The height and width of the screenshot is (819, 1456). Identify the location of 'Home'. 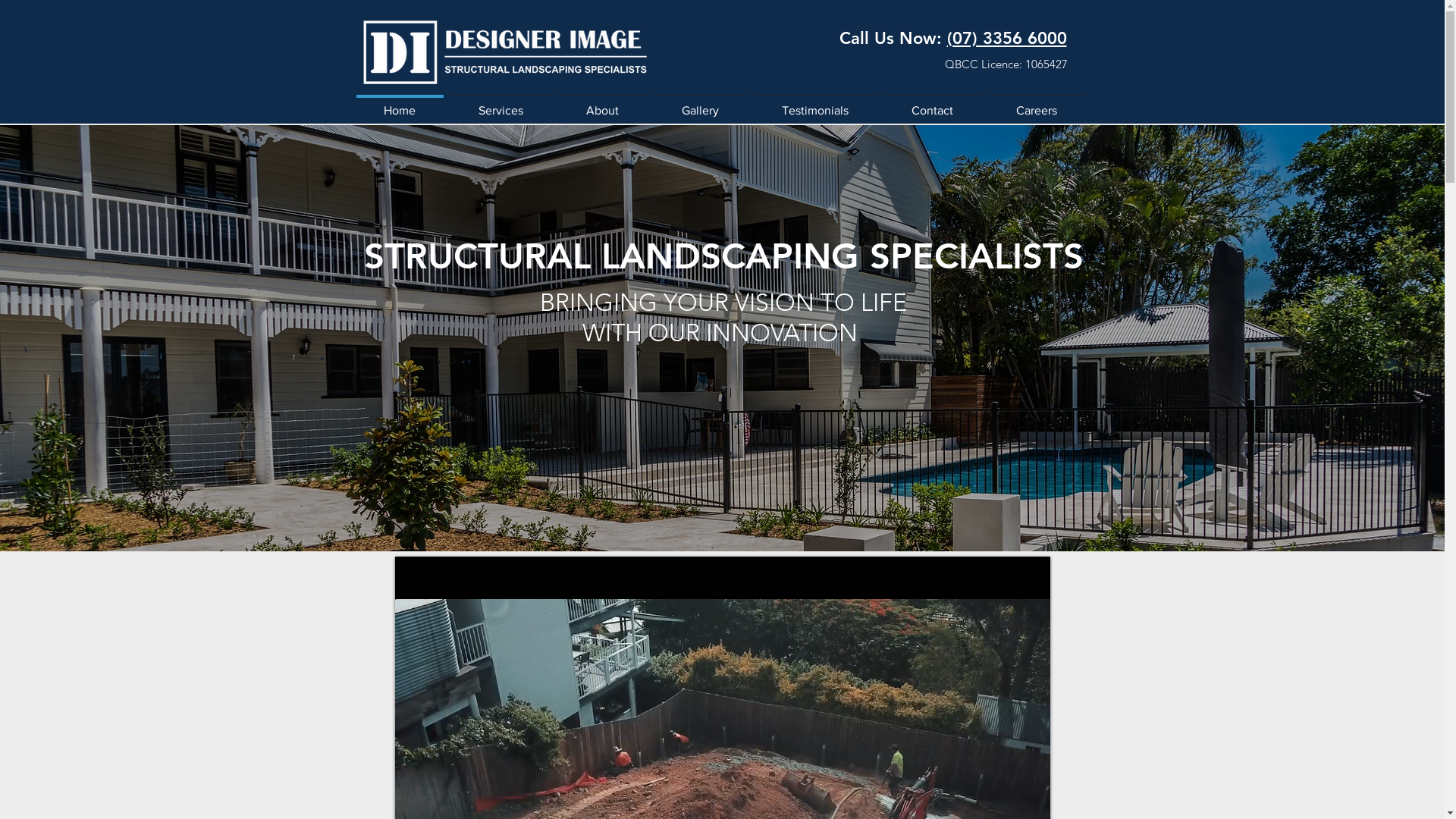
(399, 102).